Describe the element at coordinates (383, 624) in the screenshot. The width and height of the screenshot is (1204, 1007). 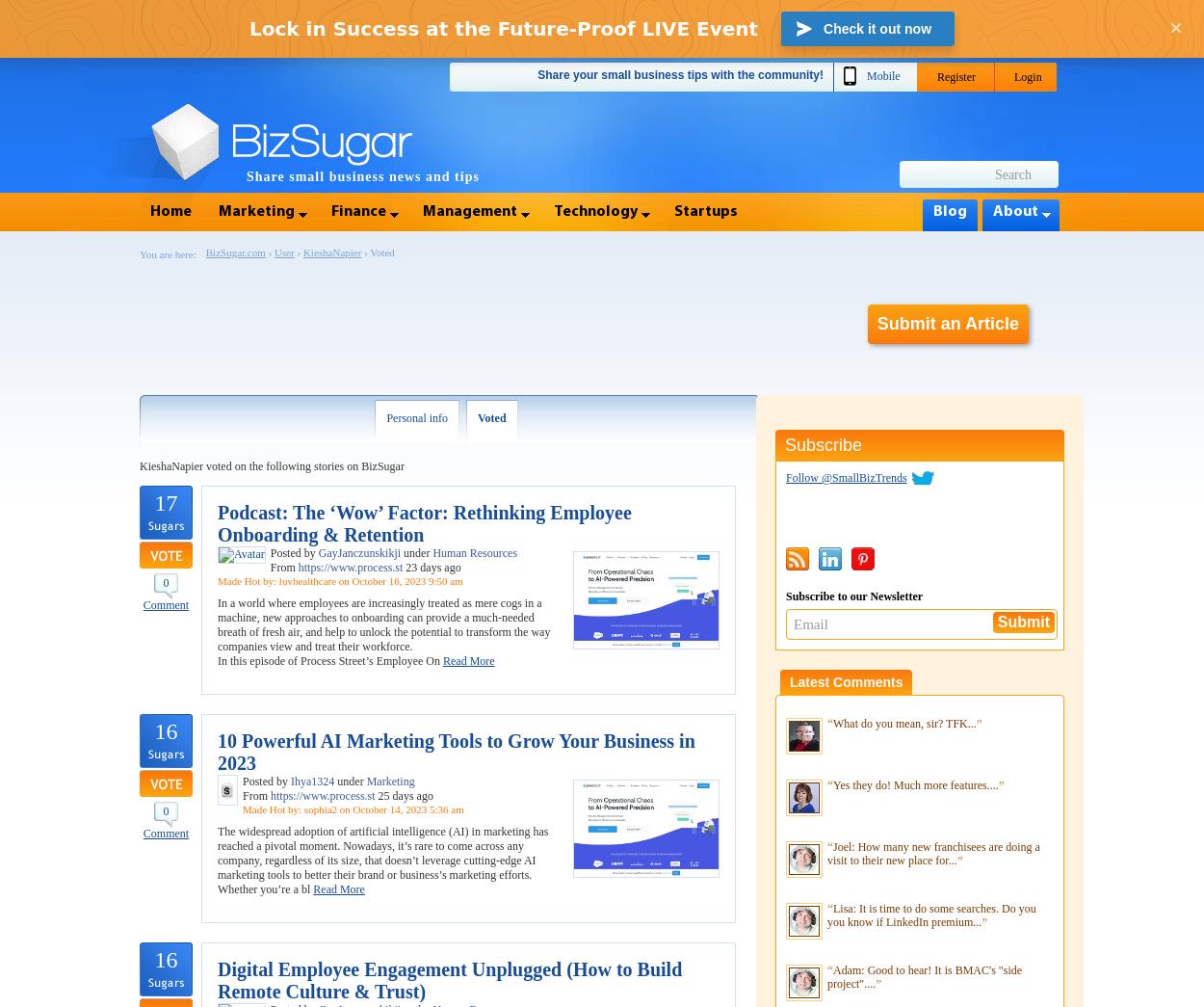
I see `'In a world where employees are increasingly treated as mere cogs in a machine, new approaches to onboarding can provide a much-needed breath of fresh air, and help to unlock the potential to transform the way companies view and treat their workforce.'` at that location.